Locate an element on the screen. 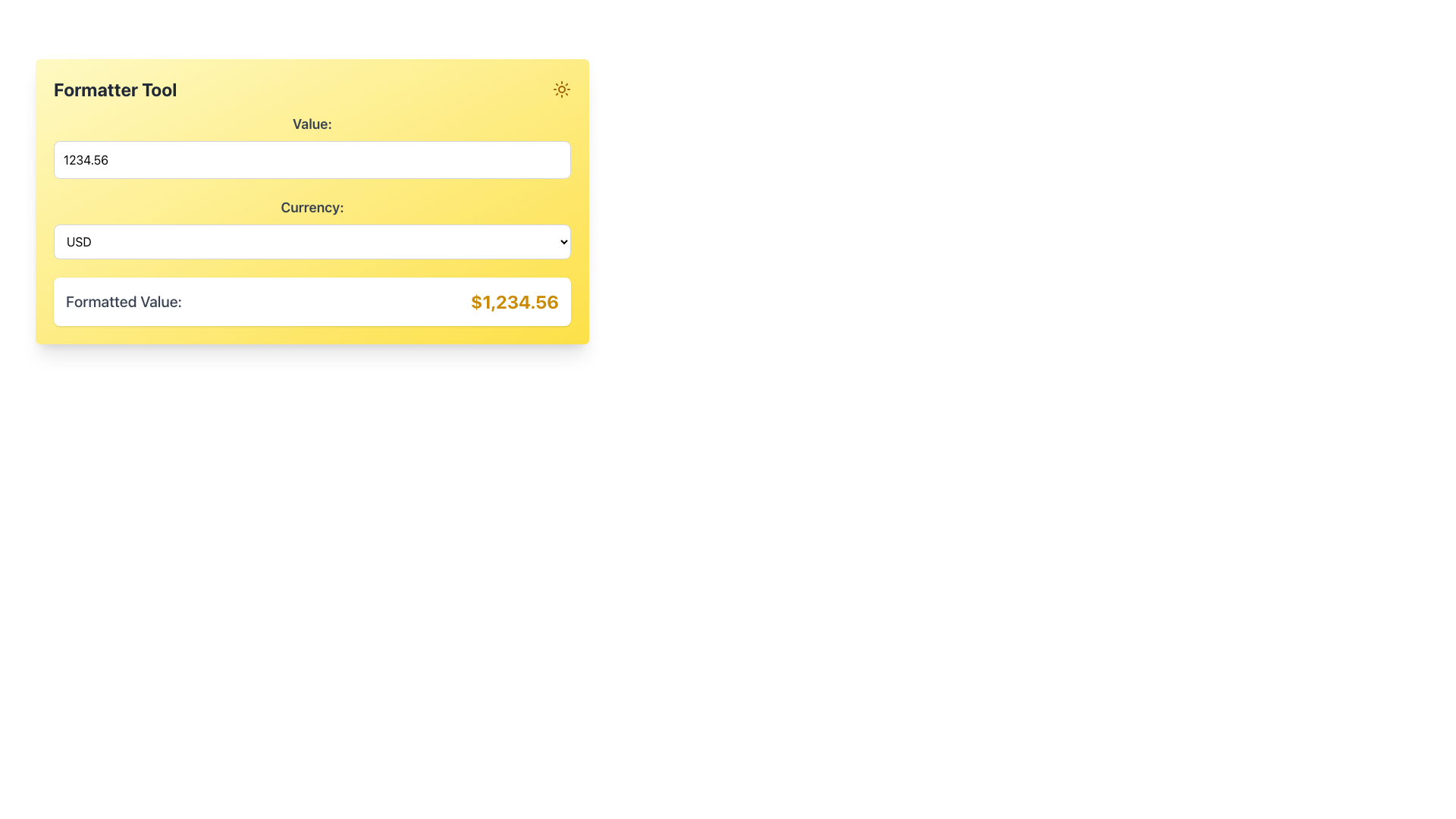 Image resolution: width=1456 pixels, height=819 pixels. the rectangular text input box with a light border and rounded corners, which contains the numeric value '1234.56', located directly below the 'Value:' label is located at coordinates (312, 146).